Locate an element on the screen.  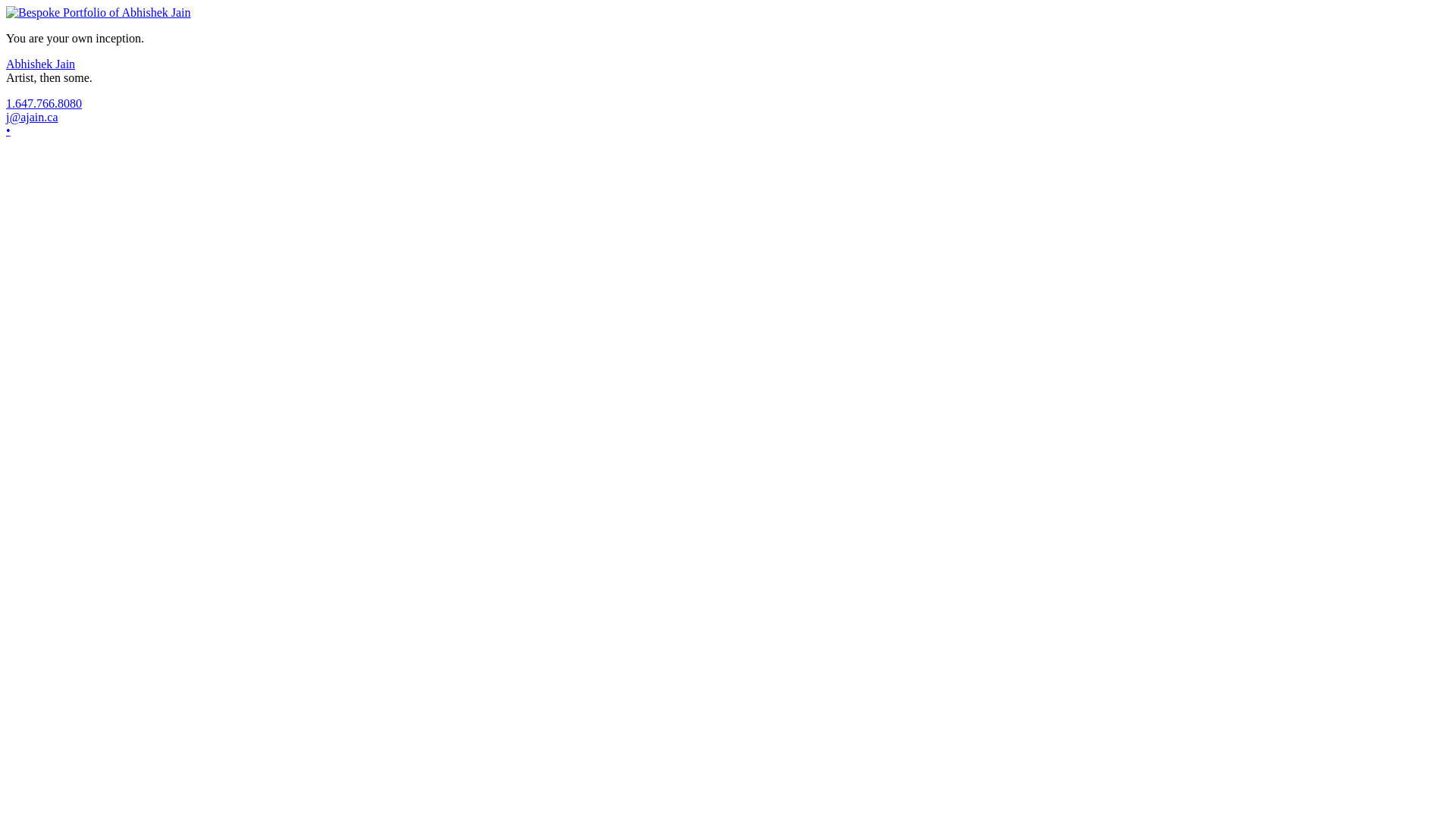
'The Portfolio' is located at coordinates (6, 12).